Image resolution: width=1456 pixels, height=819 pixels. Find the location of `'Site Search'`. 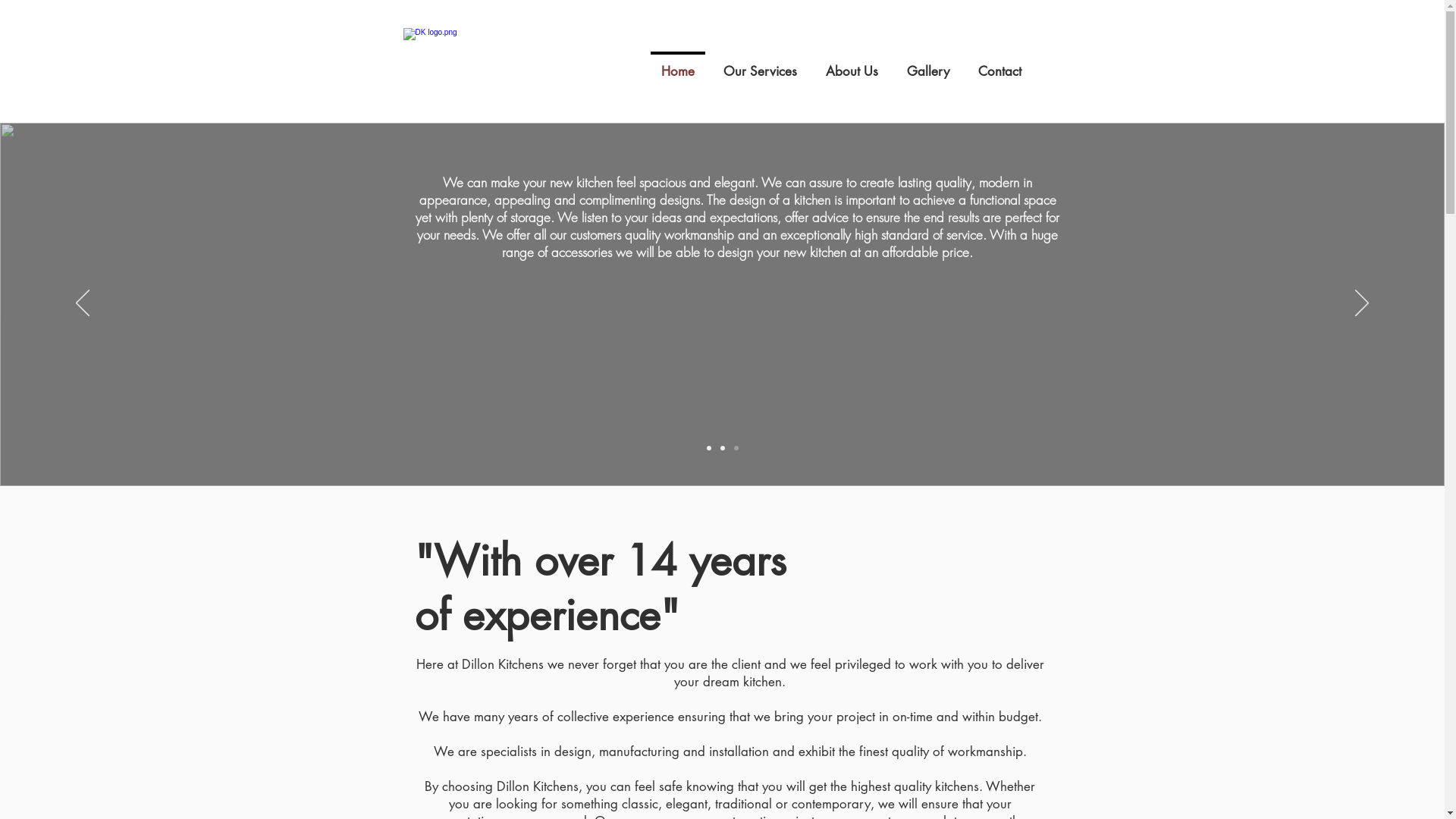

'Site Search' is located at coordinates (364, 108).